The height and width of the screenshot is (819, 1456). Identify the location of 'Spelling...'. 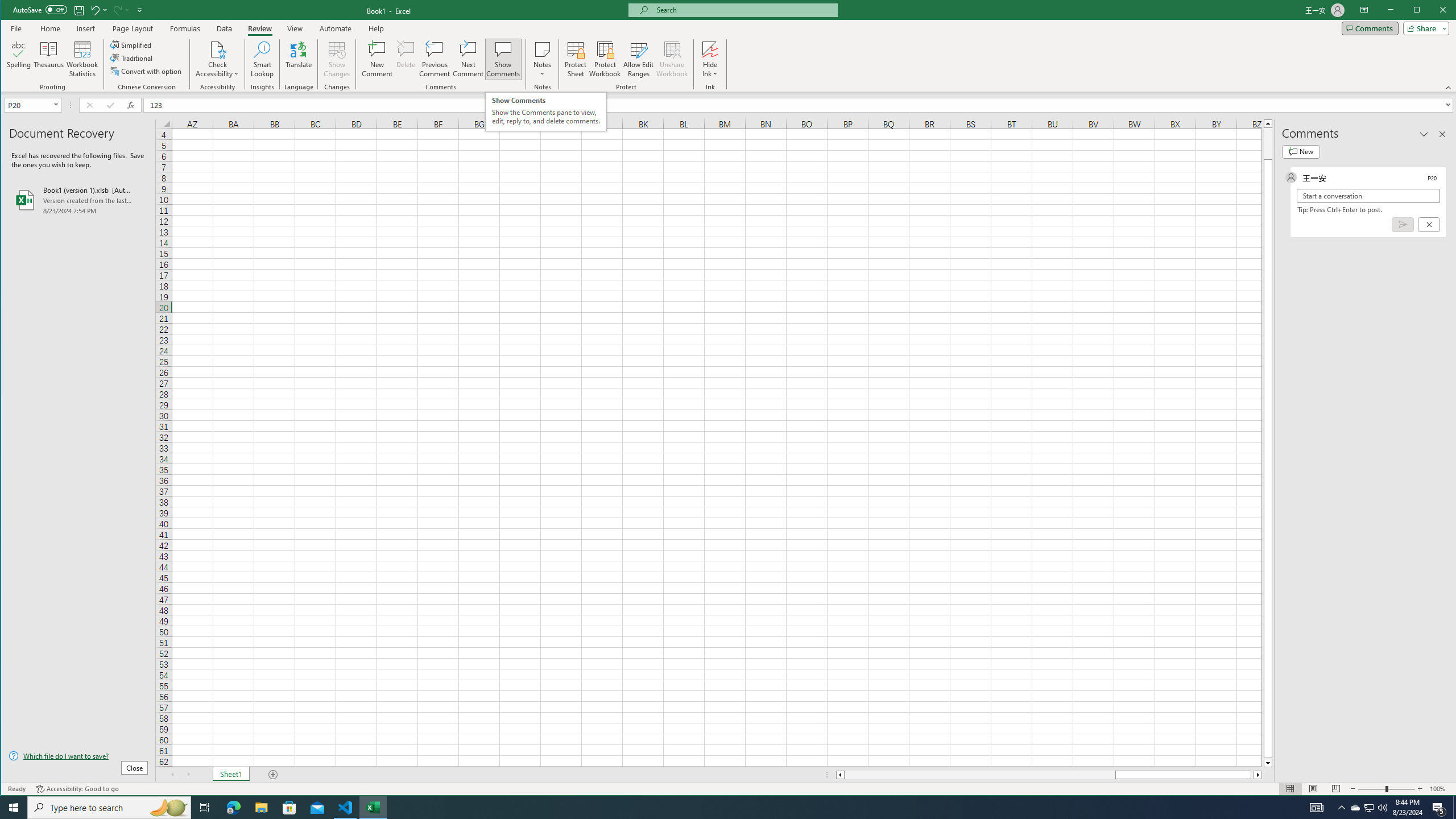
(18, 59).